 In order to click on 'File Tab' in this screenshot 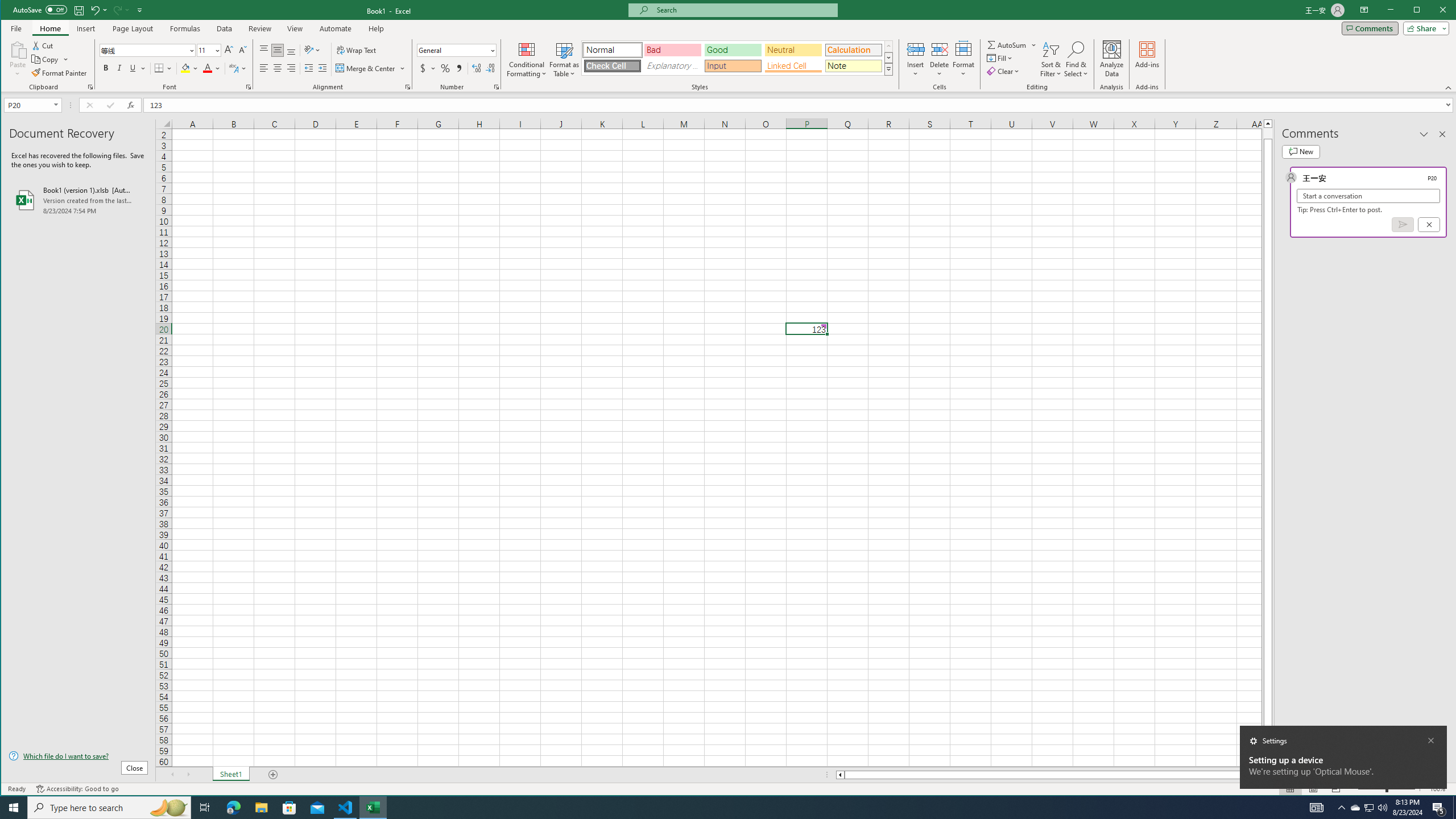, I will do `click(16, 28)`.